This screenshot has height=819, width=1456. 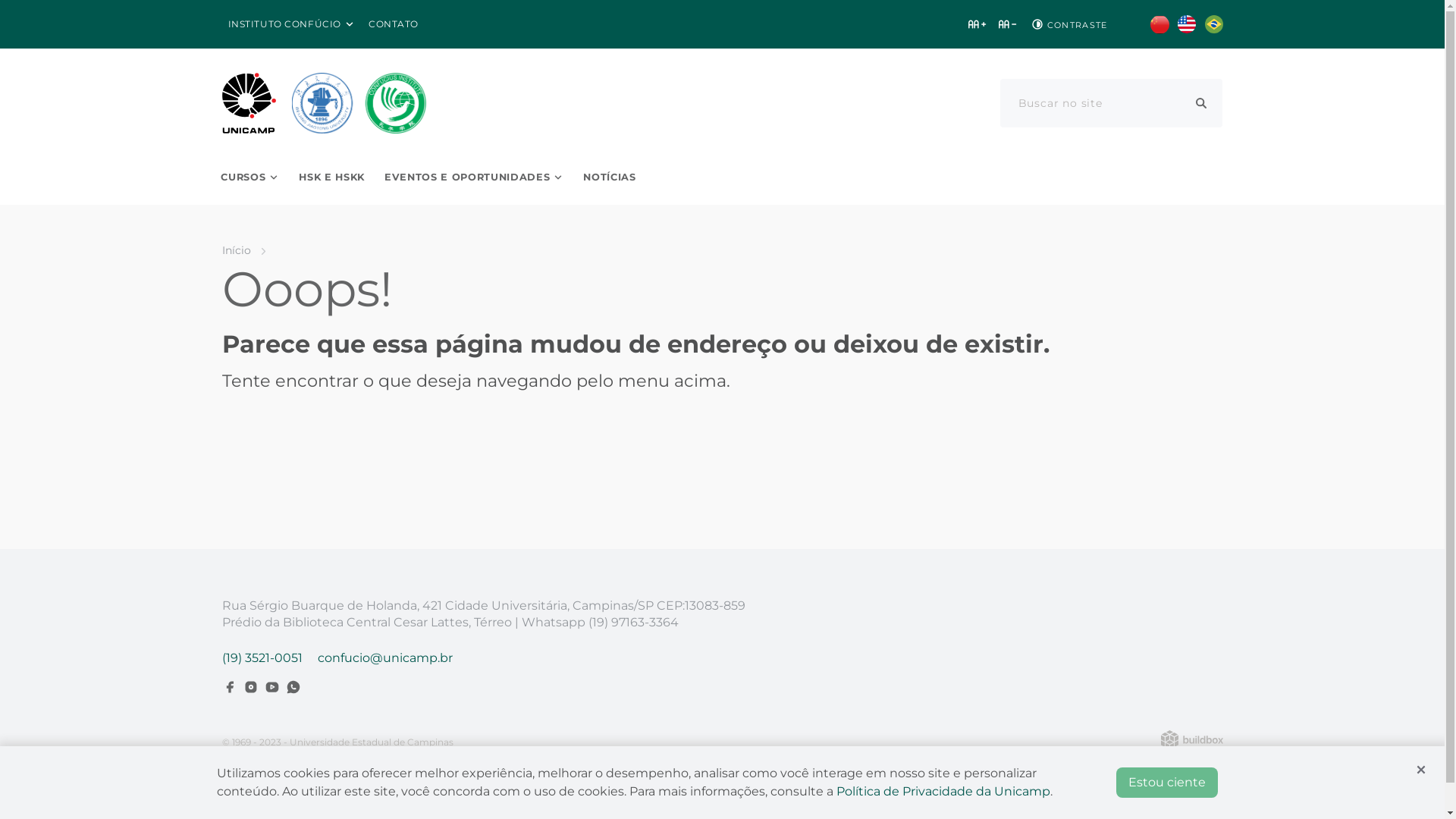 What do you see at coordinates (997, 24) in the screenshot?
I see `'Diminuir fonte'` at bounding box center [997, 24].